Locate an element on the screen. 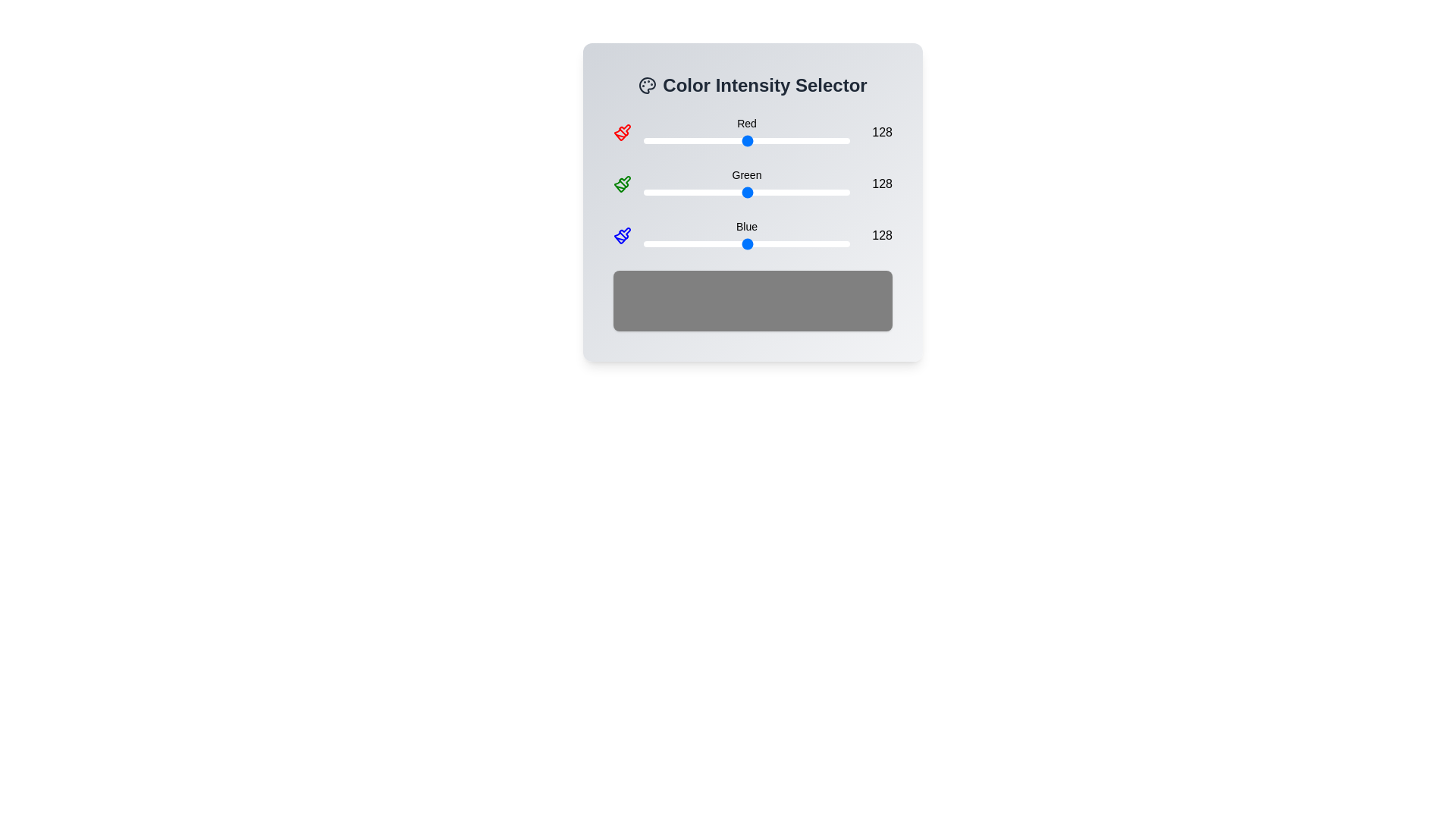 This screenshot has height=819, width=1456. green intensity is located at coordinates (678, 192).